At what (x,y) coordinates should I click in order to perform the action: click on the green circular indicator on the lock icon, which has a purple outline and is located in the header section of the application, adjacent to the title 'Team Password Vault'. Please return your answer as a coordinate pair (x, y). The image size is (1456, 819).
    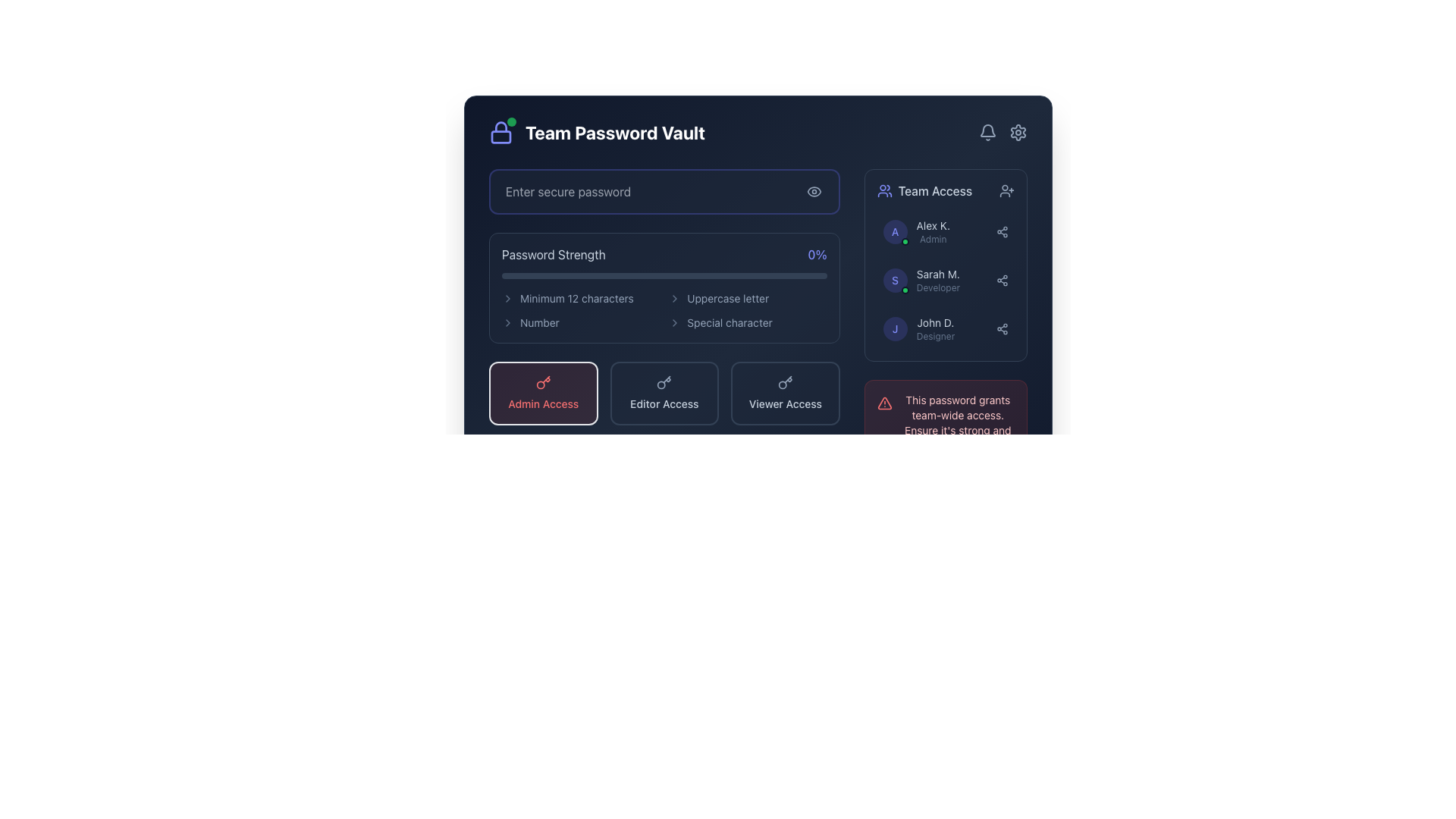
    Looking at the image, I should click on (501, 131).